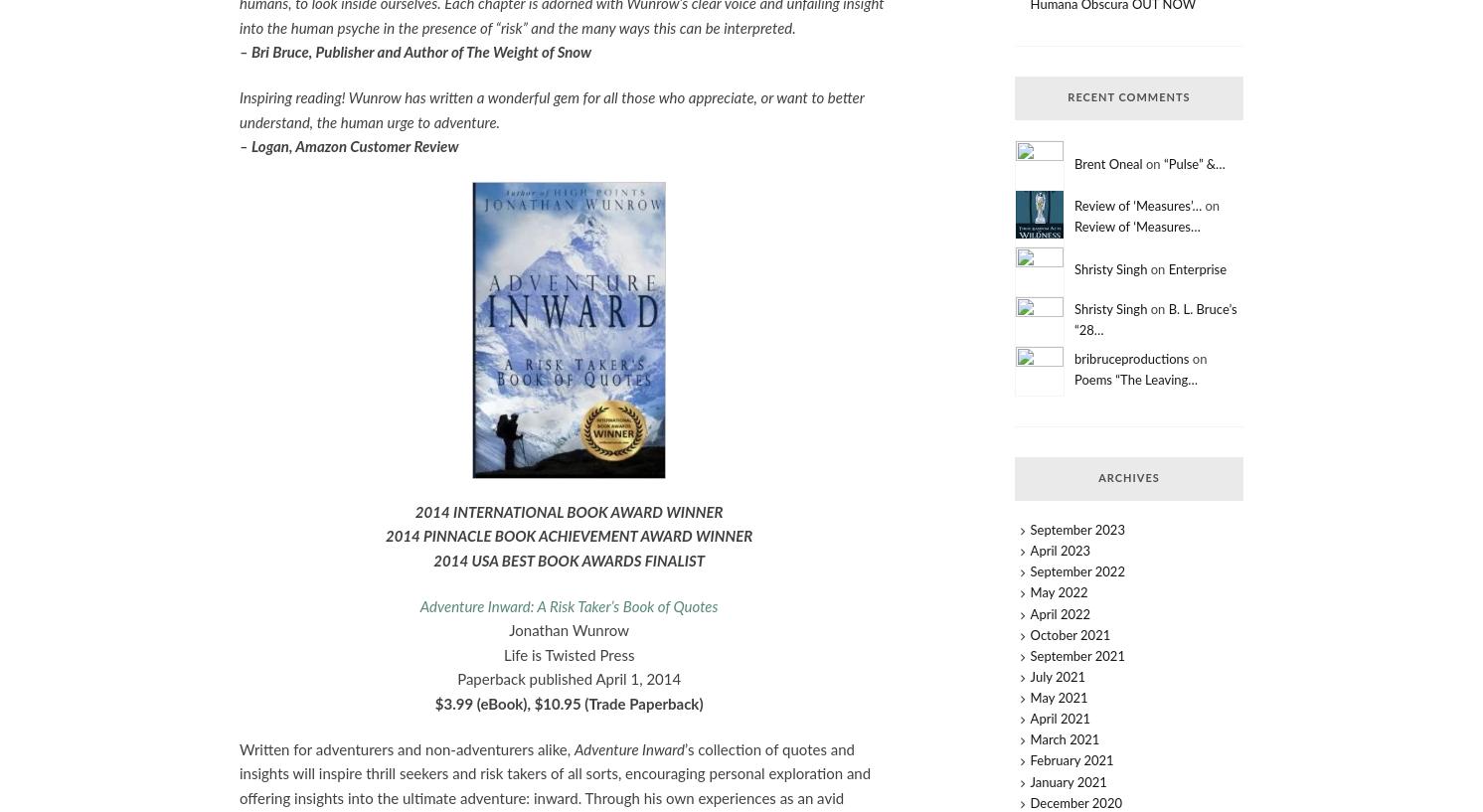 The width and height of the screenshot is (1483, 812). What do you see at coordinates (1136, 205) in the screenshot?
I see `'Review of ‘Measures’…'` at bounding box center [1136, 205].